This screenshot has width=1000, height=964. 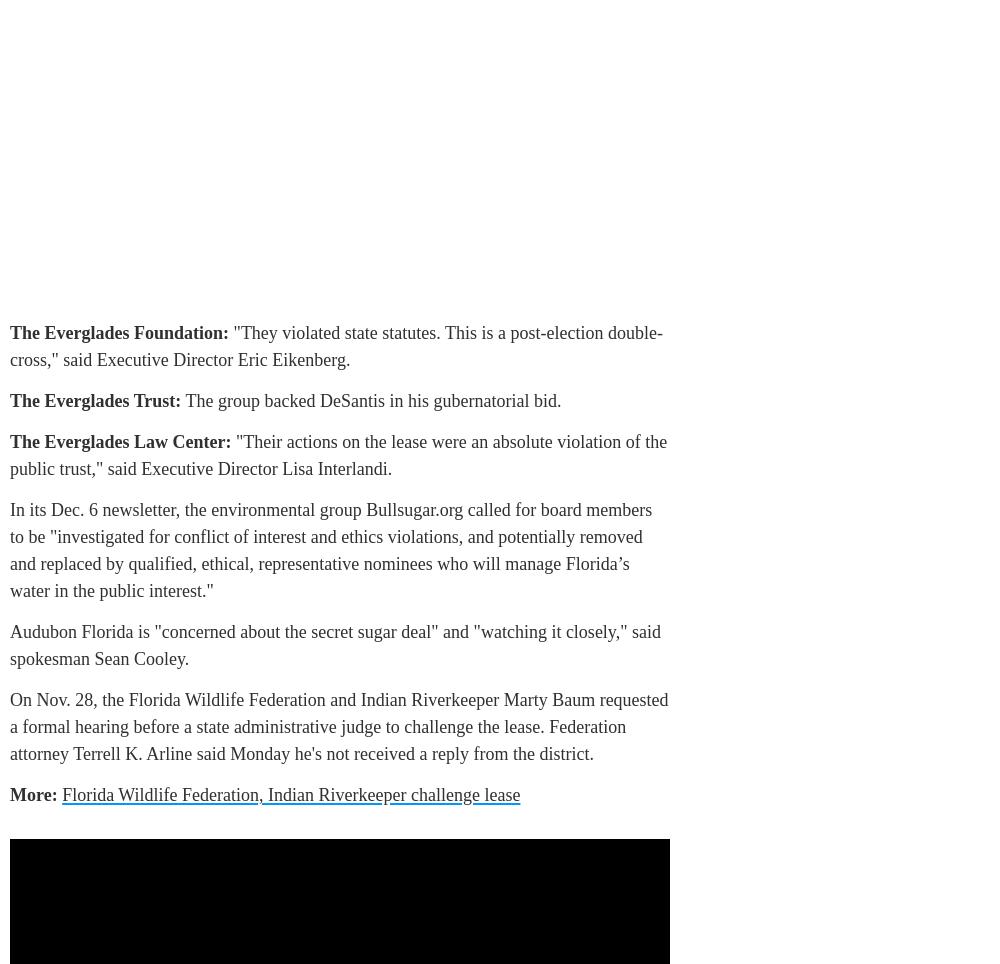 I want to click on '"Their actions on the lease were an absolute violation of the public trust," said Executive Director Lisa Interlandi.', so click(x=337, y=455).